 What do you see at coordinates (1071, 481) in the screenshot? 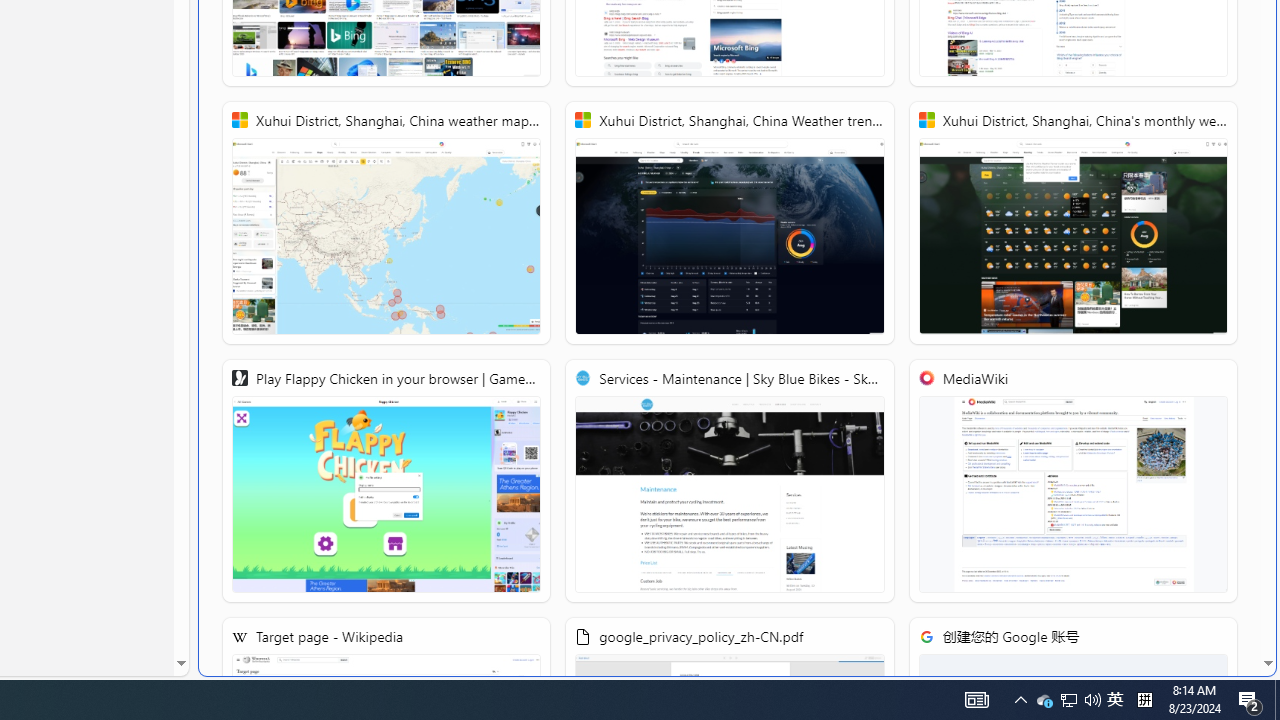
I see `'MediaWiki'` at bounding box center [1071, 481].